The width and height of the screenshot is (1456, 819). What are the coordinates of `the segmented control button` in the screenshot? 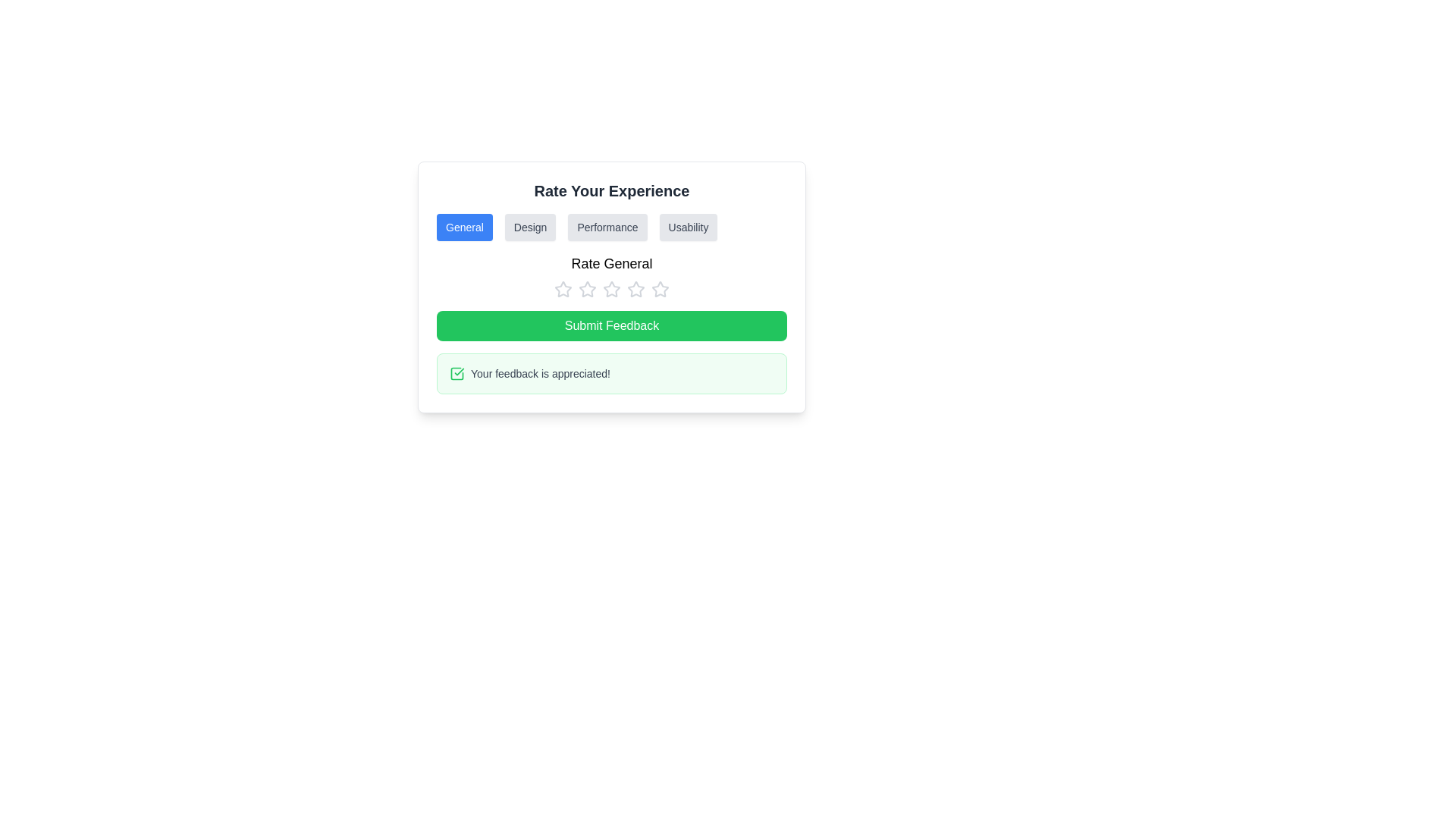 It's located at (611, 227).